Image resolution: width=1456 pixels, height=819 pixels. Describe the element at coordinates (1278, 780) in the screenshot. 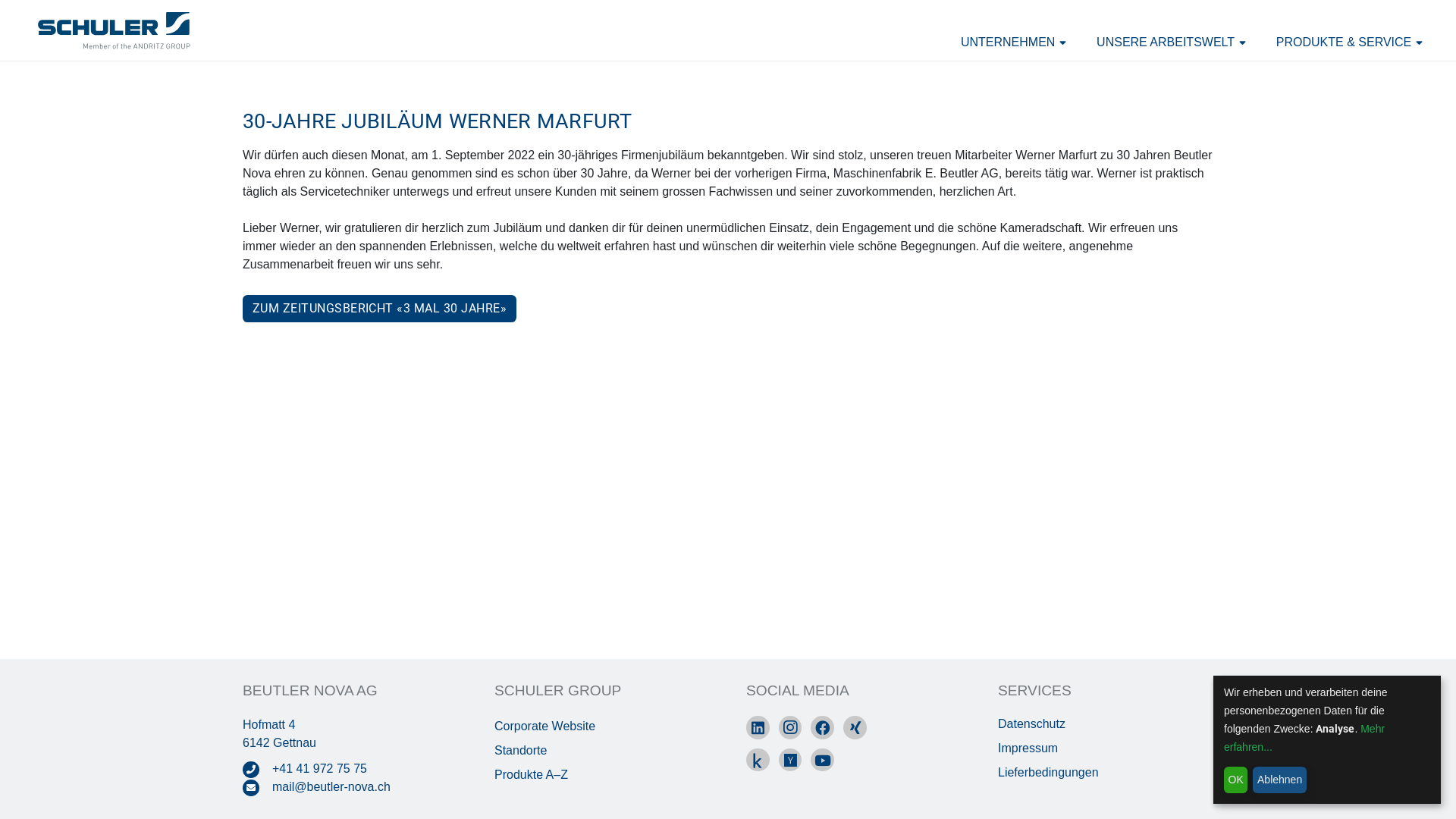

I see `'Ablehnen'` at that location.